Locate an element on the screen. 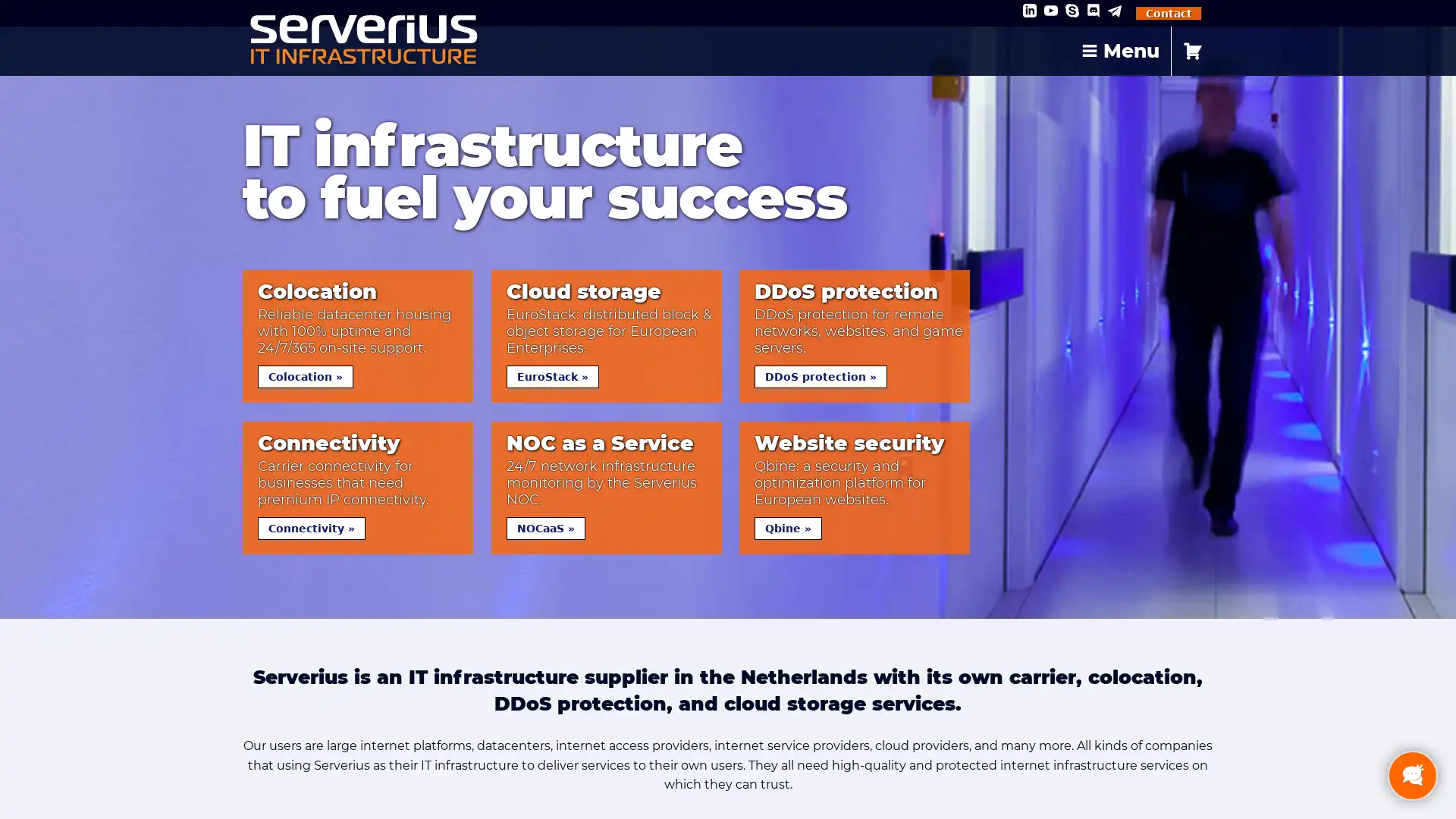 Image resolution: width=1456 pixels, height=819 pixels. Contact is located at coordinates (1168, 14).